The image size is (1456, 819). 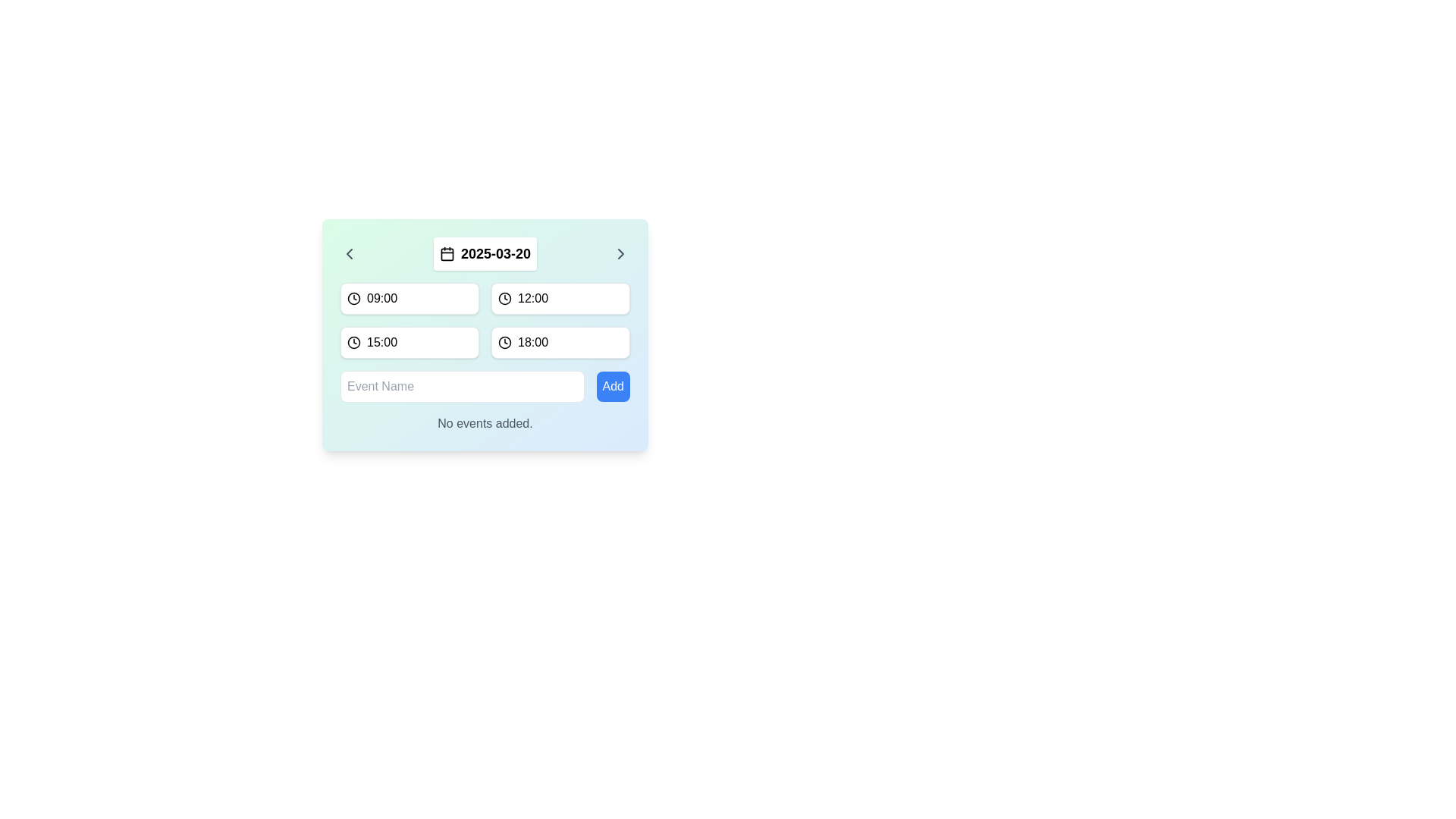 I want to click on the time selection icon located to the left of the '12:00' text in the scheduled times card, so click(x=505, y=298).